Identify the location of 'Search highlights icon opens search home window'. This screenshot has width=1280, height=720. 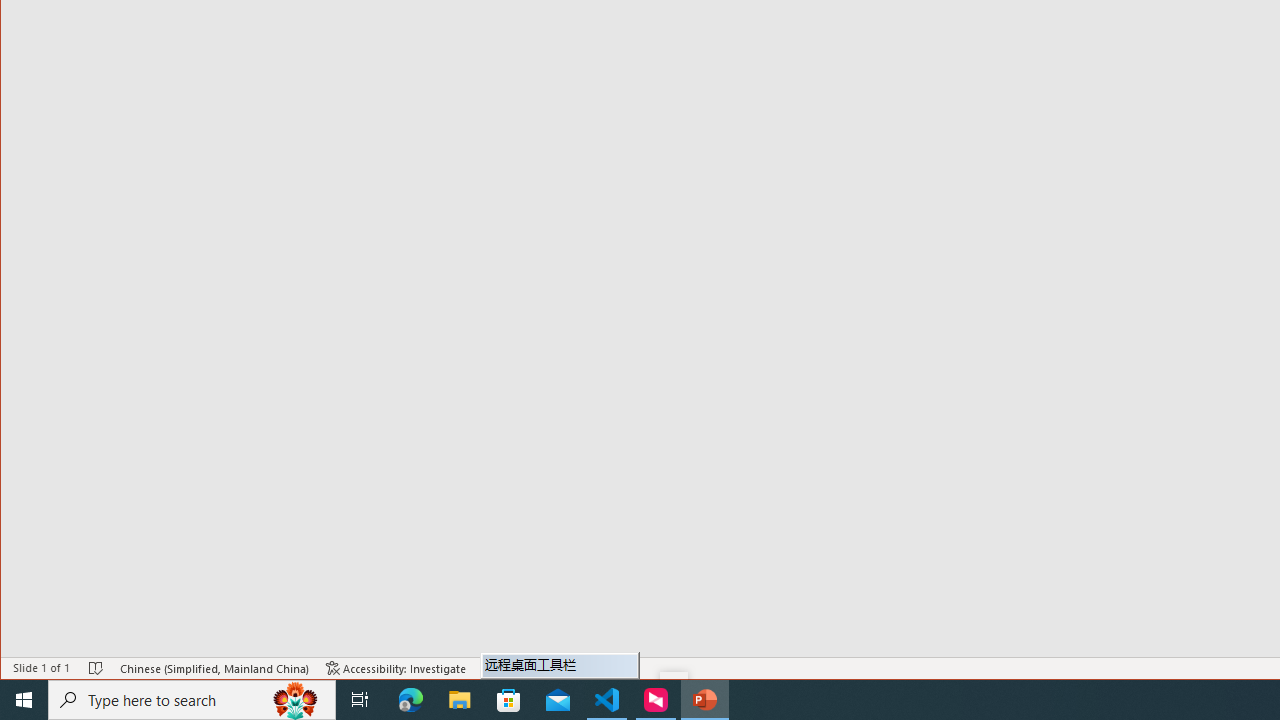
(294, 698).